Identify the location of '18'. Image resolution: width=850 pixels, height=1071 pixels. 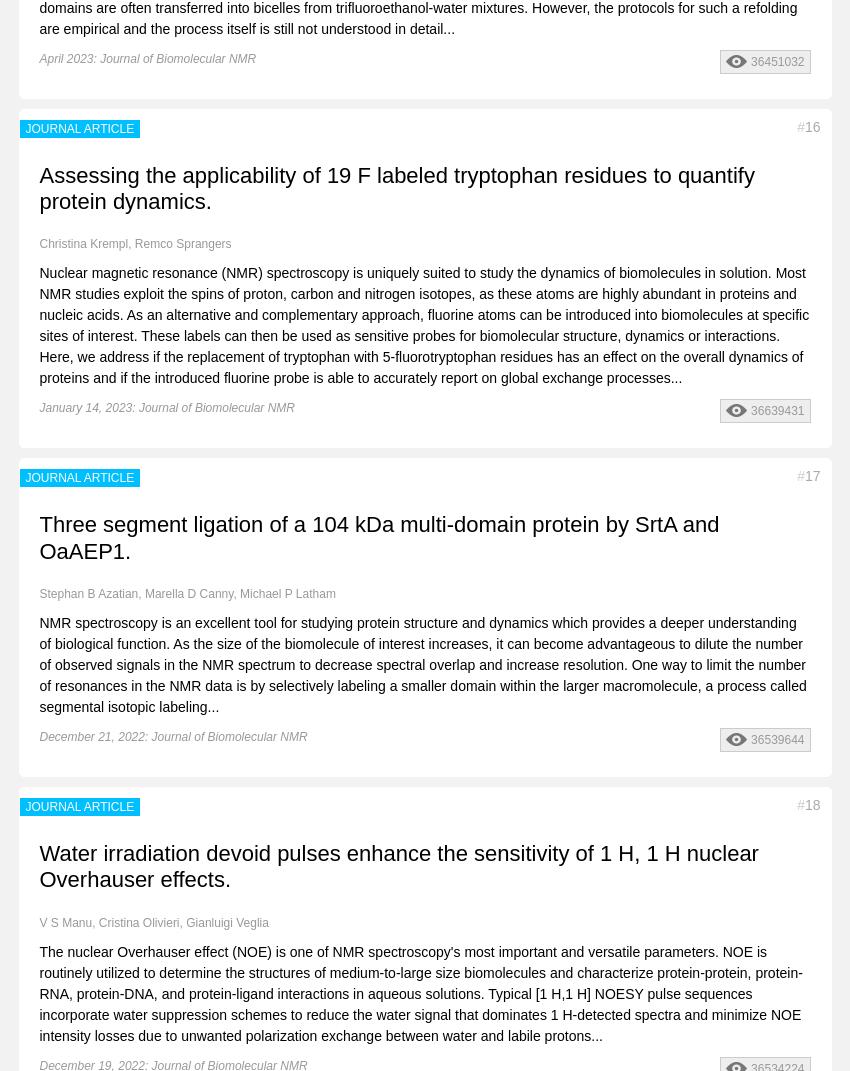
(803, 803).